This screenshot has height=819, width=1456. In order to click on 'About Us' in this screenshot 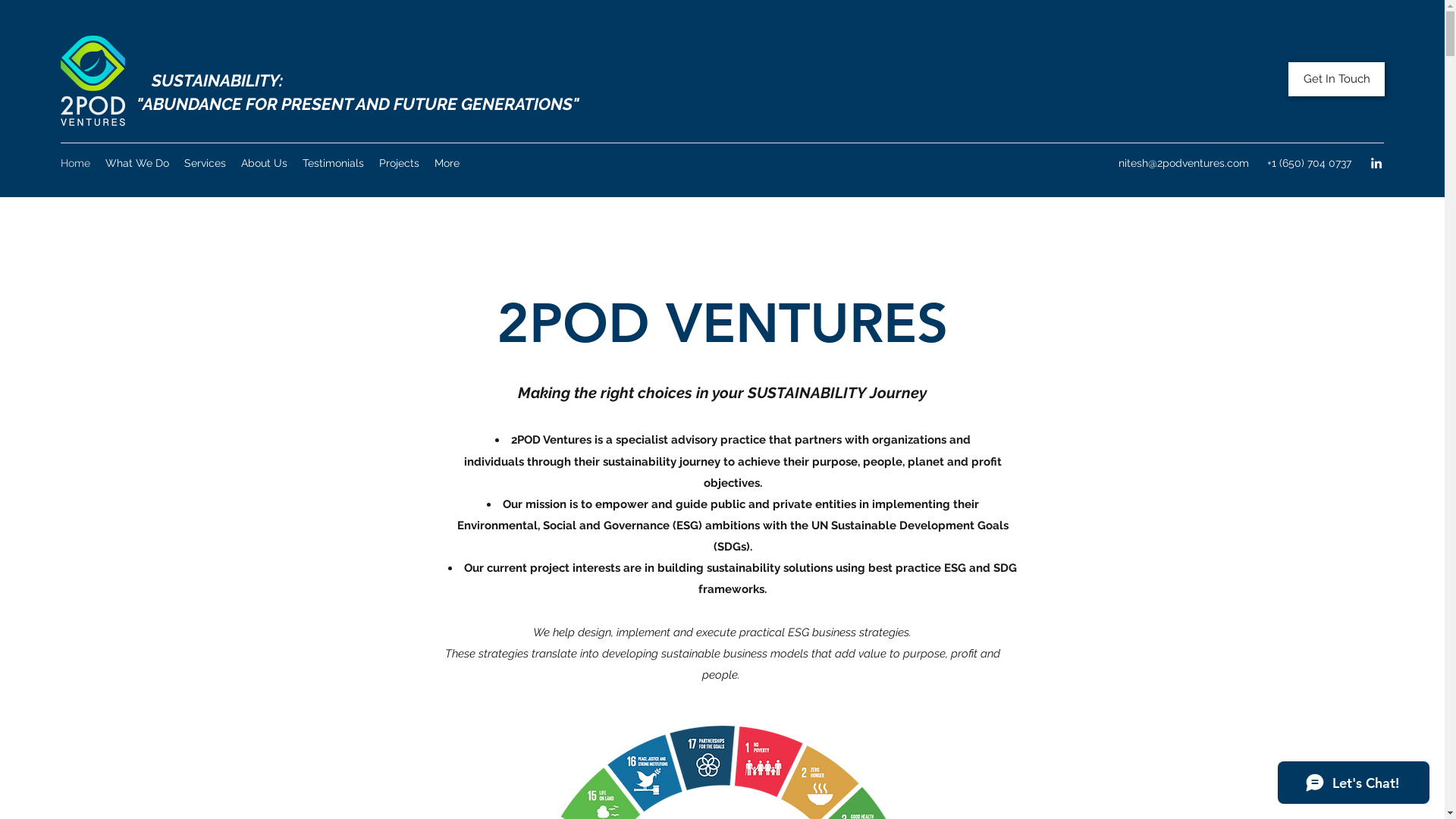, I will do `click(264, 163)`.